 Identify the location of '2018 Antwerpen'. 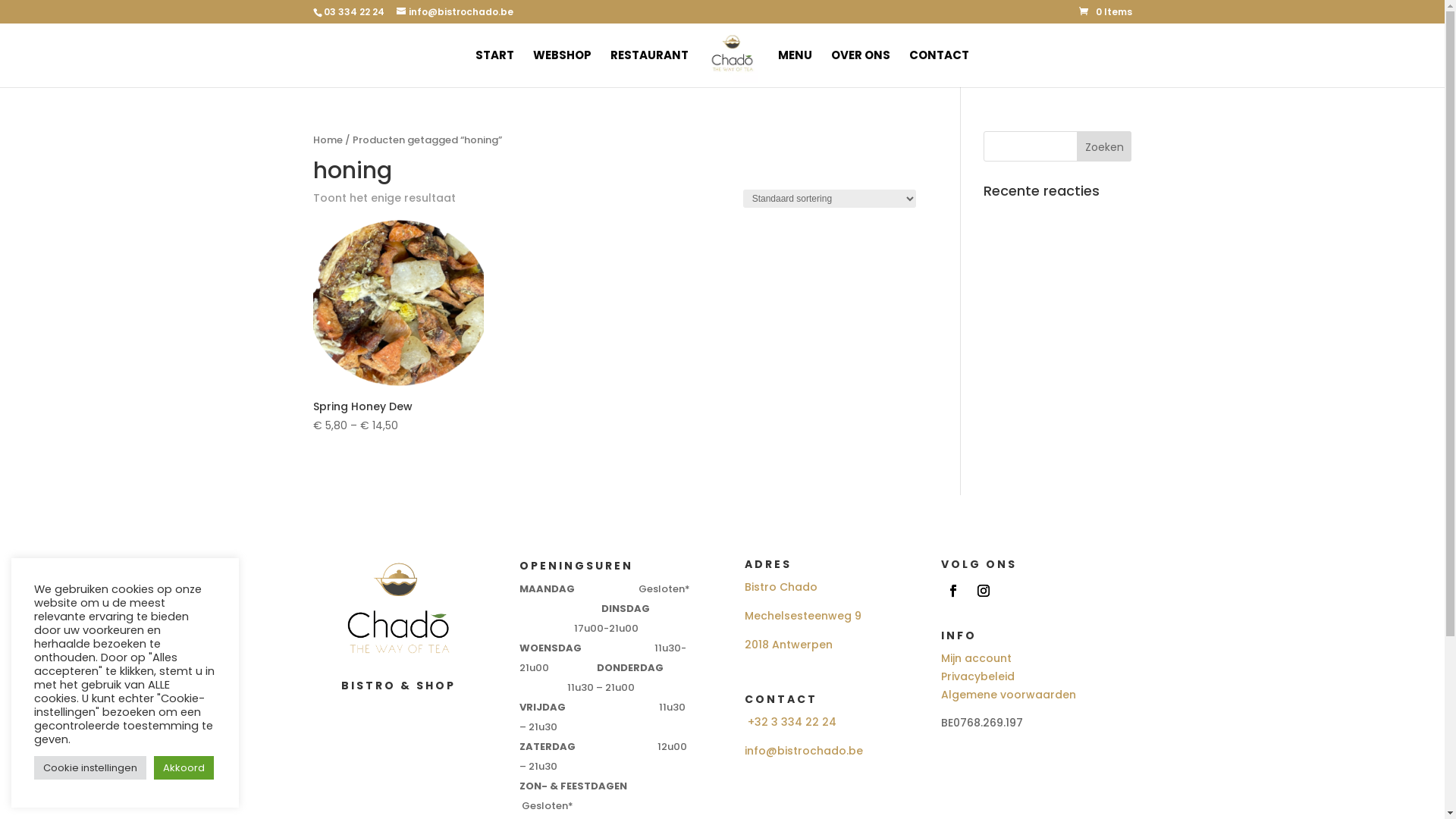
(789, 644).